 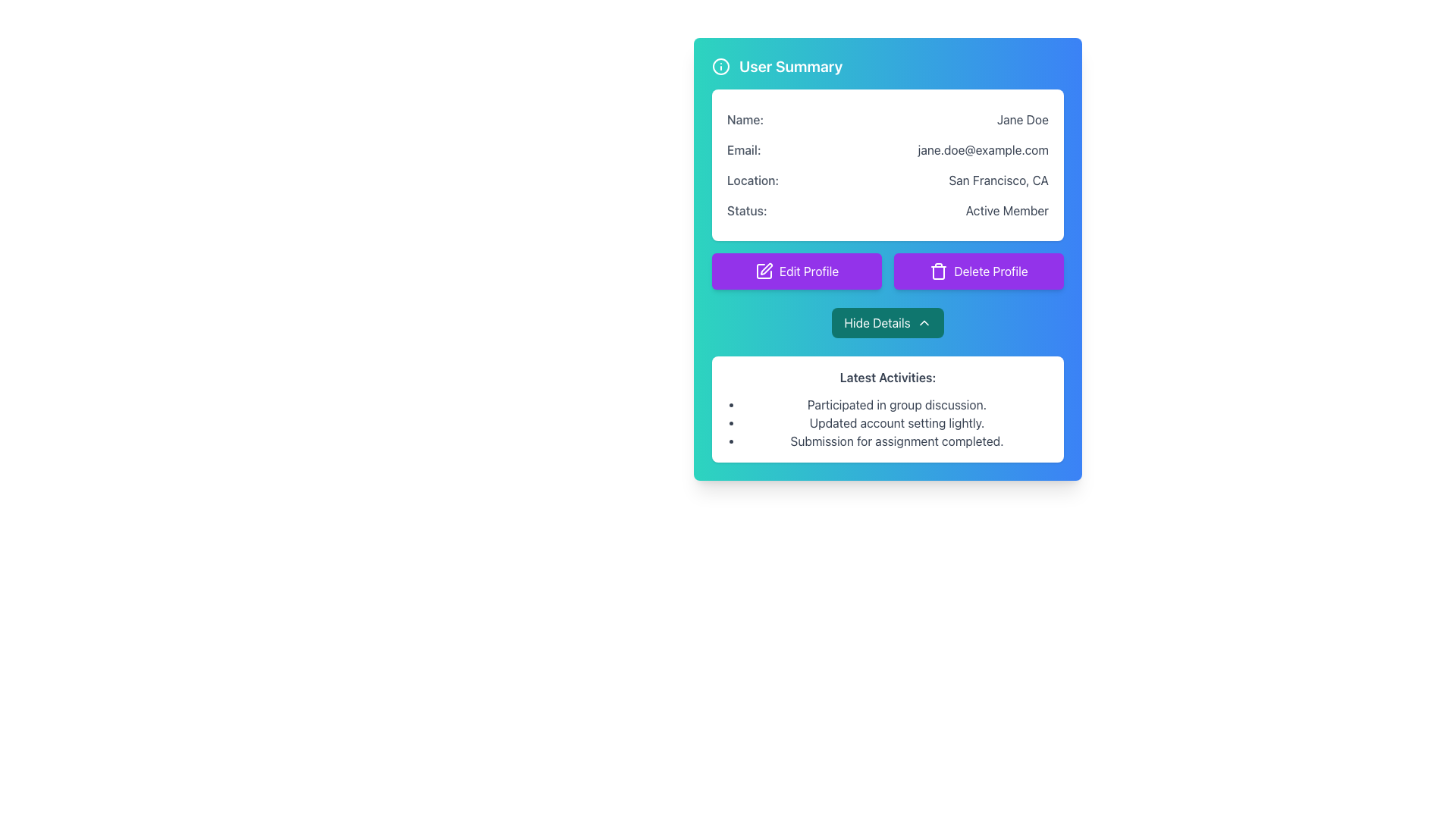 What do you see at coordinates (790, 66) in the screenshot?
I see `the text label that serves as a header for the user information section, located to the right of the circular 'info' icon in the top-left section of the card` at bounding box center [790, 66].